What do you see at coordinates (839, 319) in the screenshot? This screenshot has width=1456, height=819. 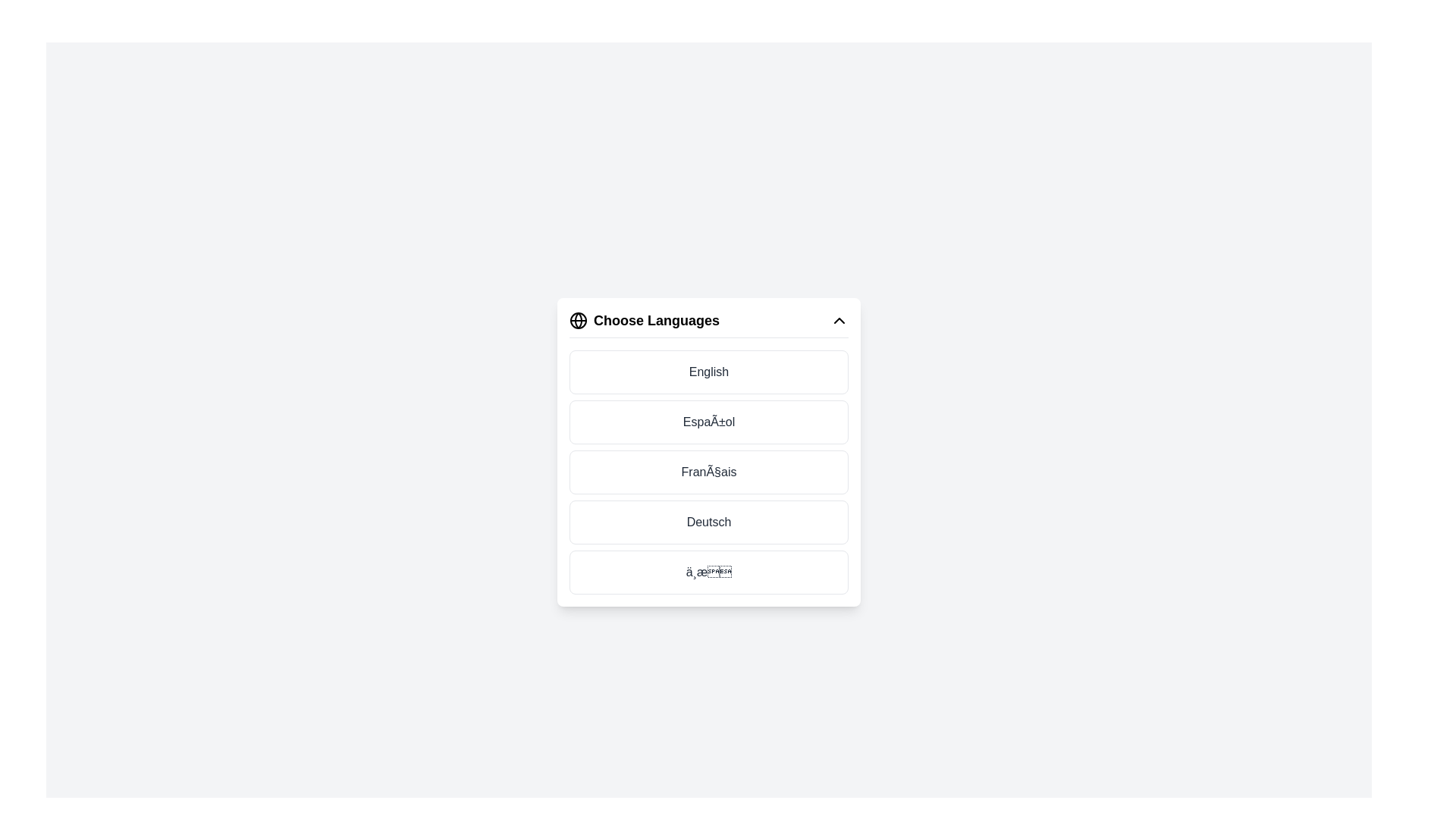 I see `the downward chevron icon (SVG graphic) located to the right of the 'Choose Languages' text` at bounding box center [839, 319].